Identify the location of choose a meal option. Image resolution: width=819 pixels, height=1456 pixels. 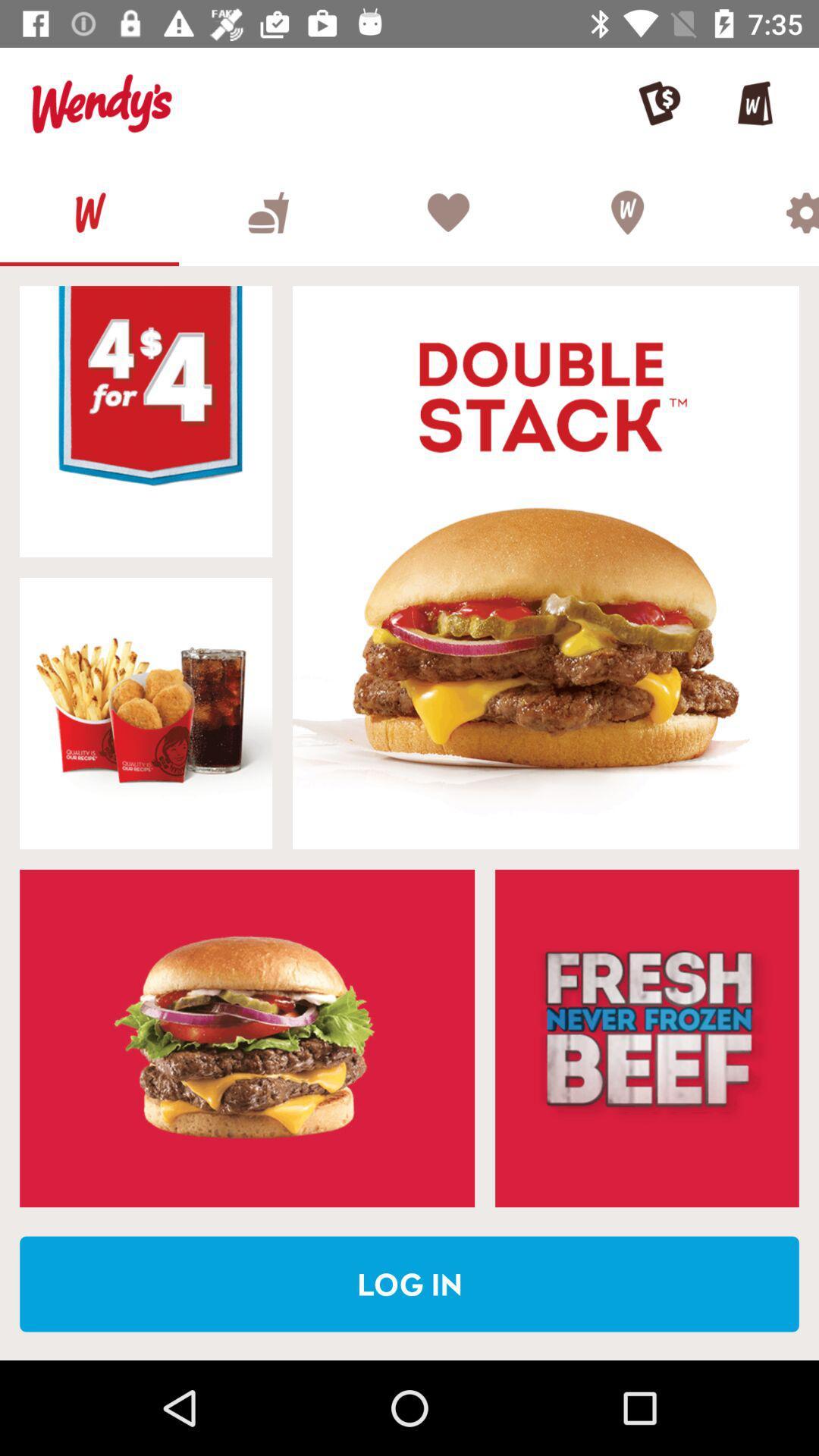
(246, 1037).